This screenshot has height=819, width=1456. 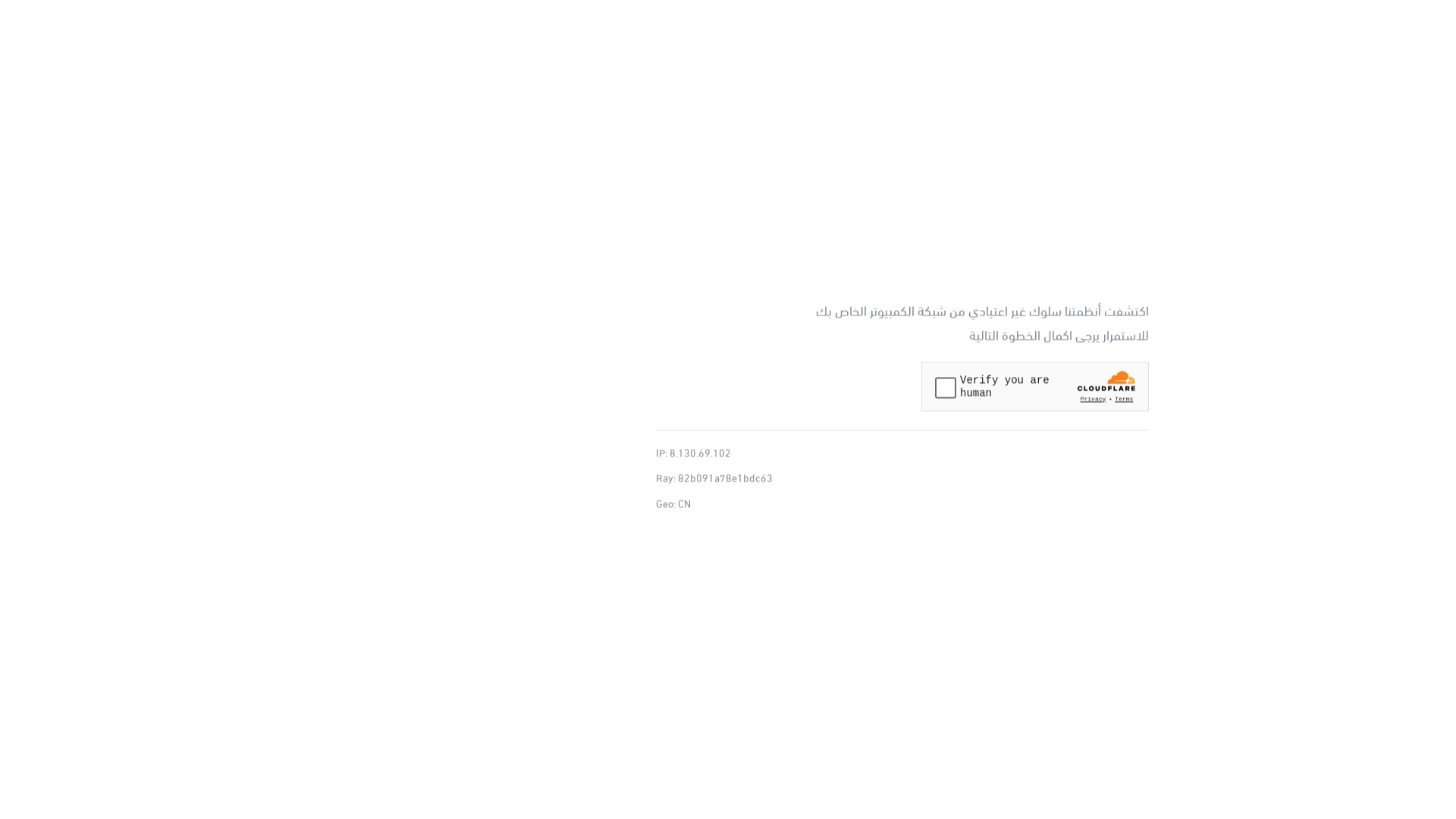 What do you see at coordinates (1034, 385) in the screenshot?
I see `'Widget containing a Cloudflare security challenge'` at bounding box center [1034, 385].